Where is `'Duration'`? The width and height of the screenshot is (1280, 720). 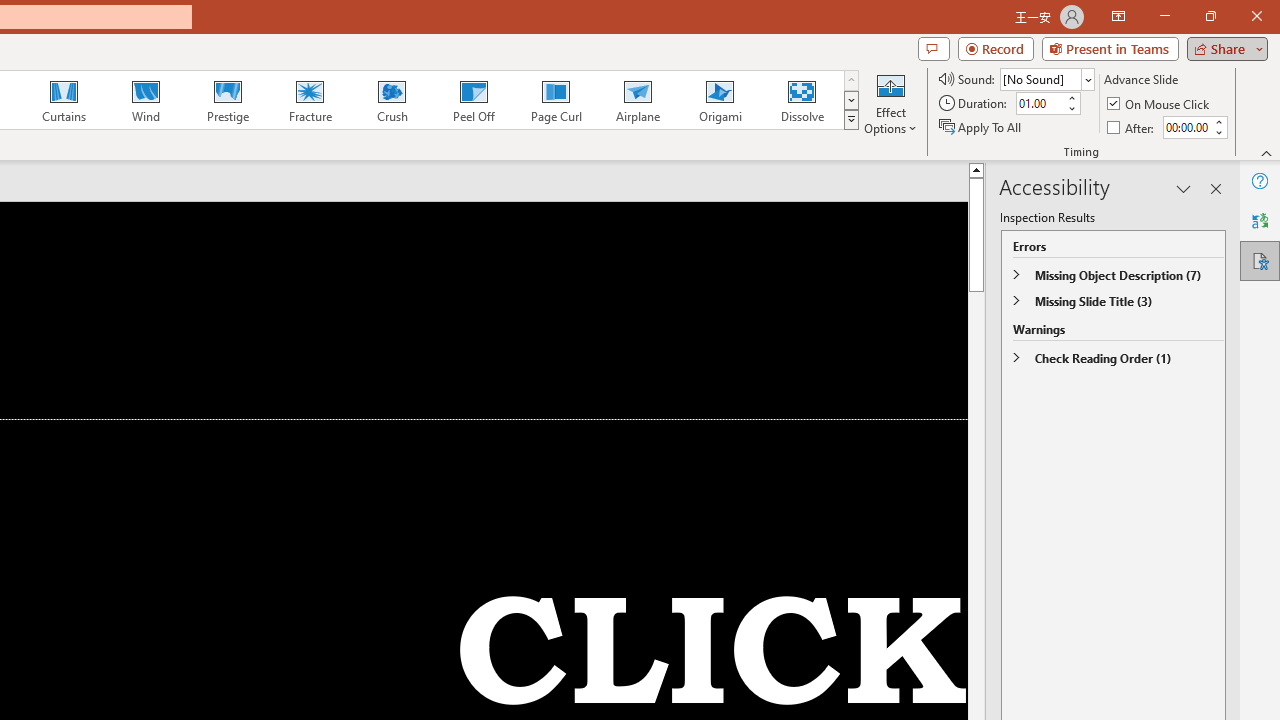
'Duration' is located at coordinates (1040, 103).